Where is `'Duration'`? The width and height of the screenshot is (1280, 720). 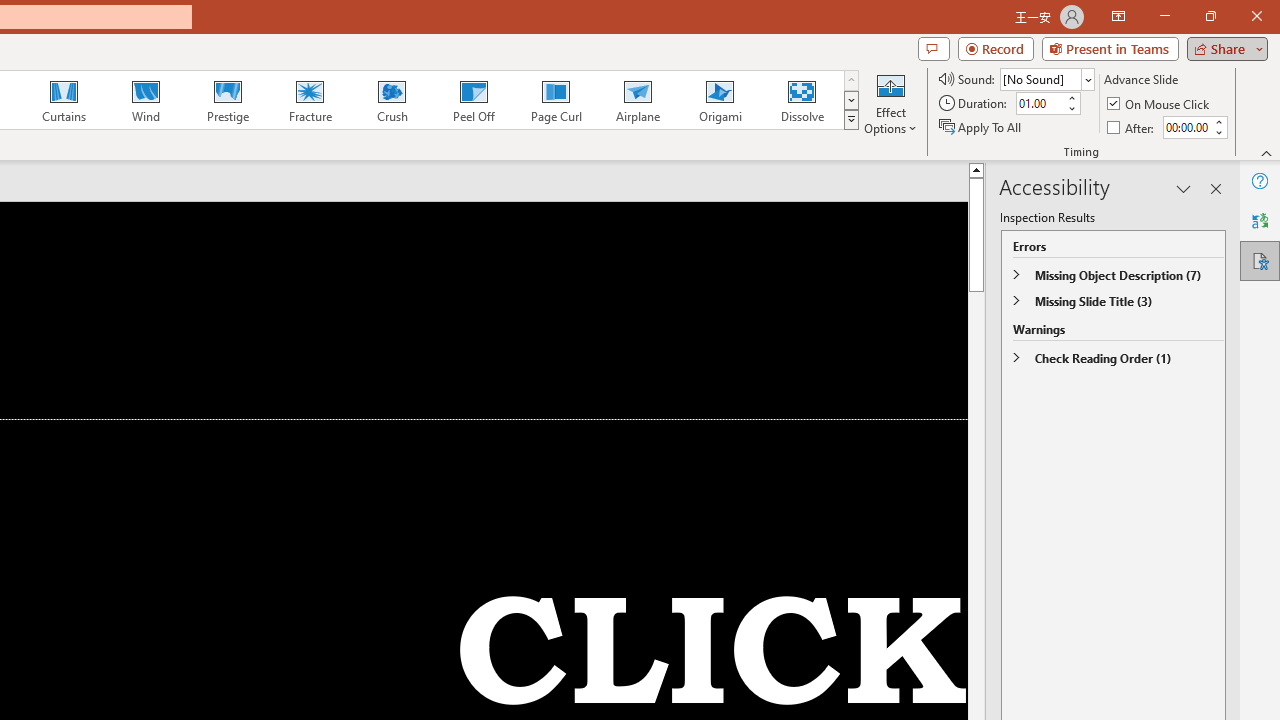
'Duration' is located at coordinates (1040, 103).